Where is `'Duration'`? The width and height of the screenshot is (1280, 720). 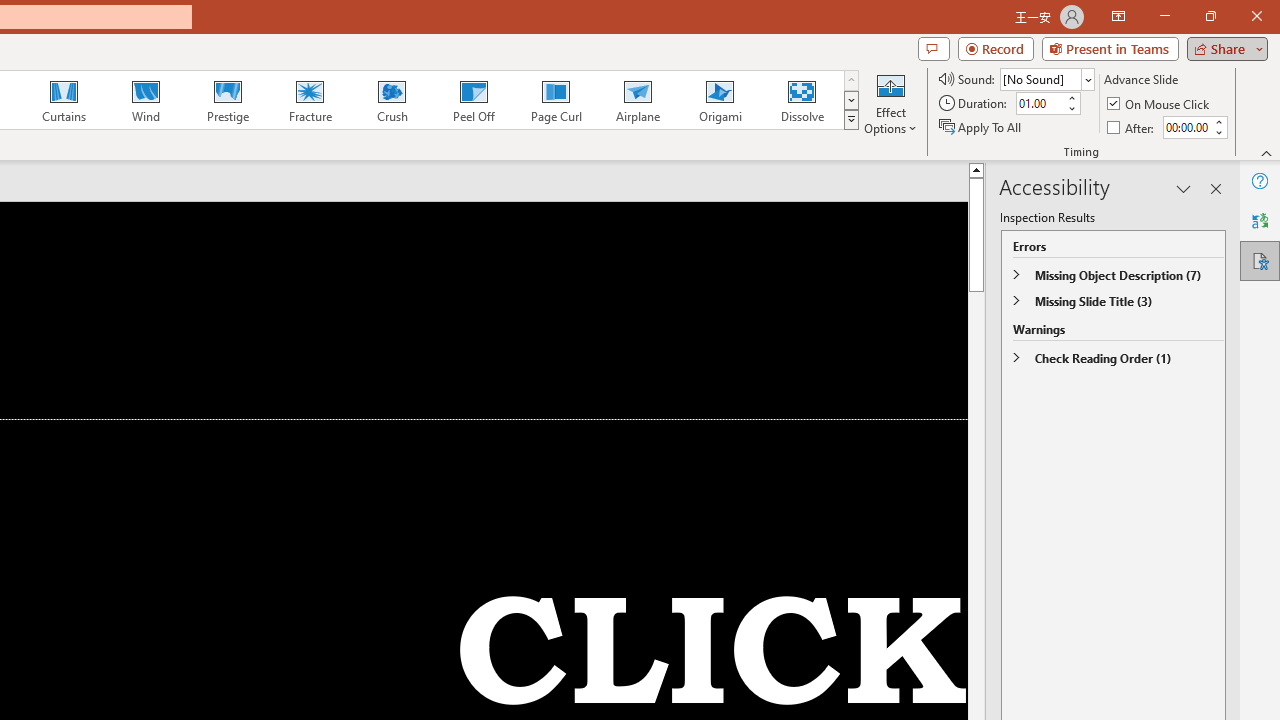
'Duration' is located at coordinates (1040, 103).